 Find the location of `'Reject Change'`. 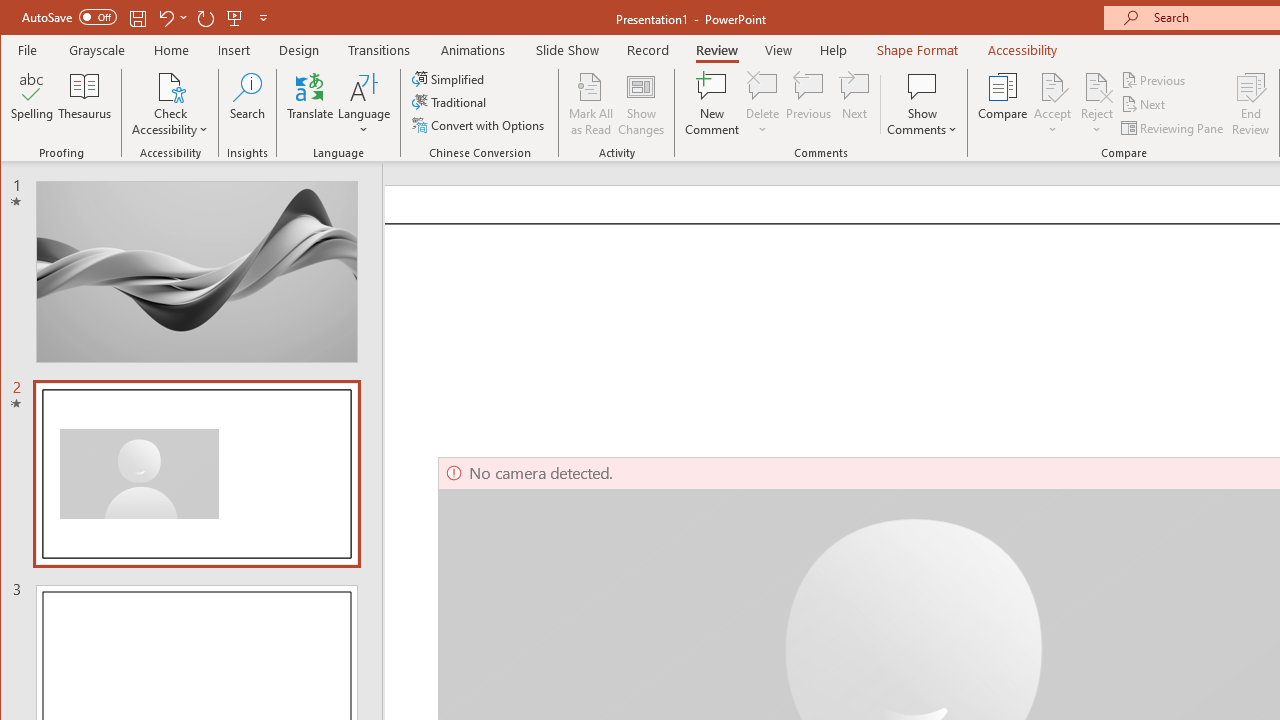

'Reject Change' is located at coordinates (1095, 85).